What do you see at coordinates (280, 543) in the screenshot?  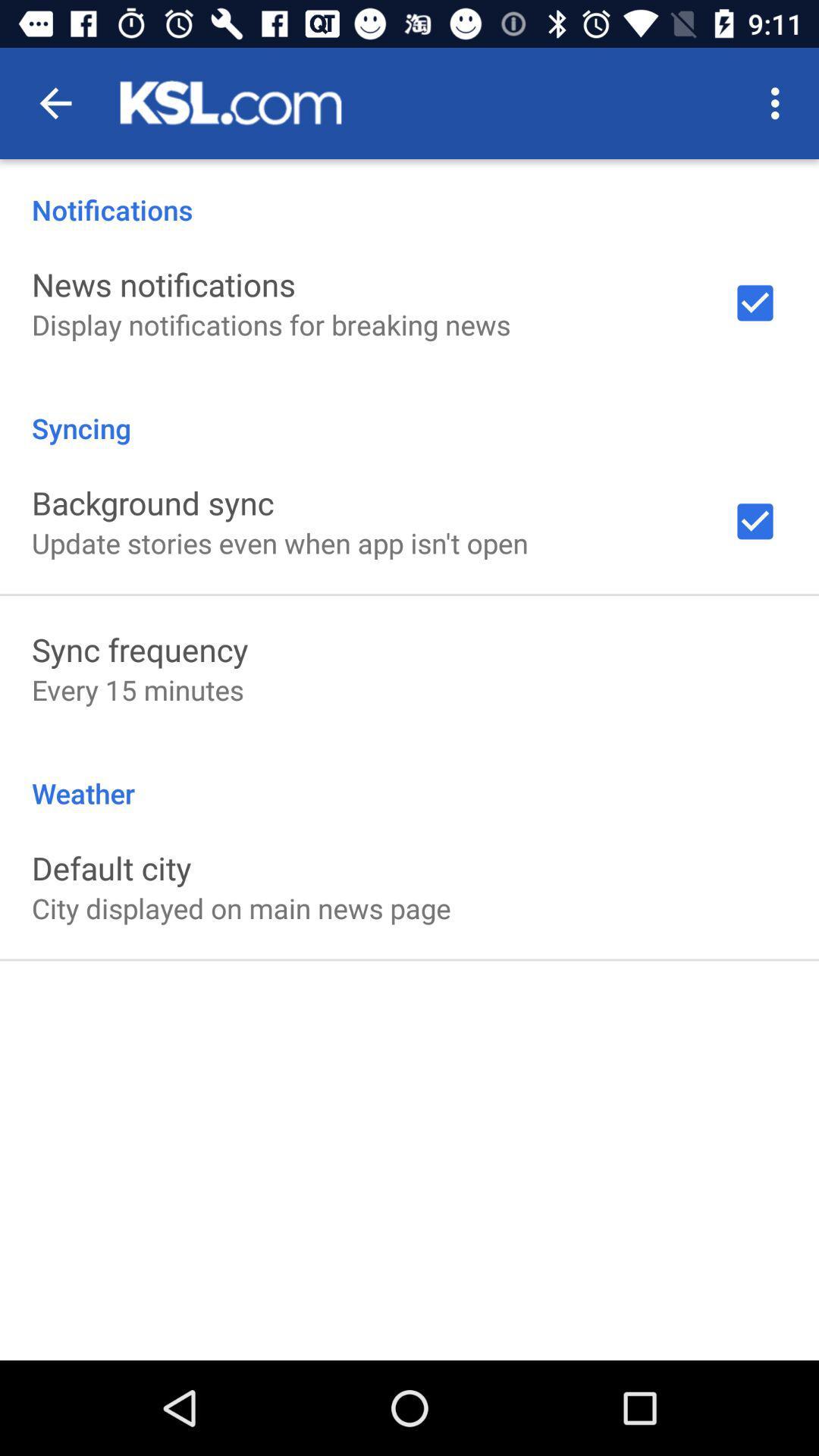 I see `the update stories even icon` at bounding box center [280, 543].